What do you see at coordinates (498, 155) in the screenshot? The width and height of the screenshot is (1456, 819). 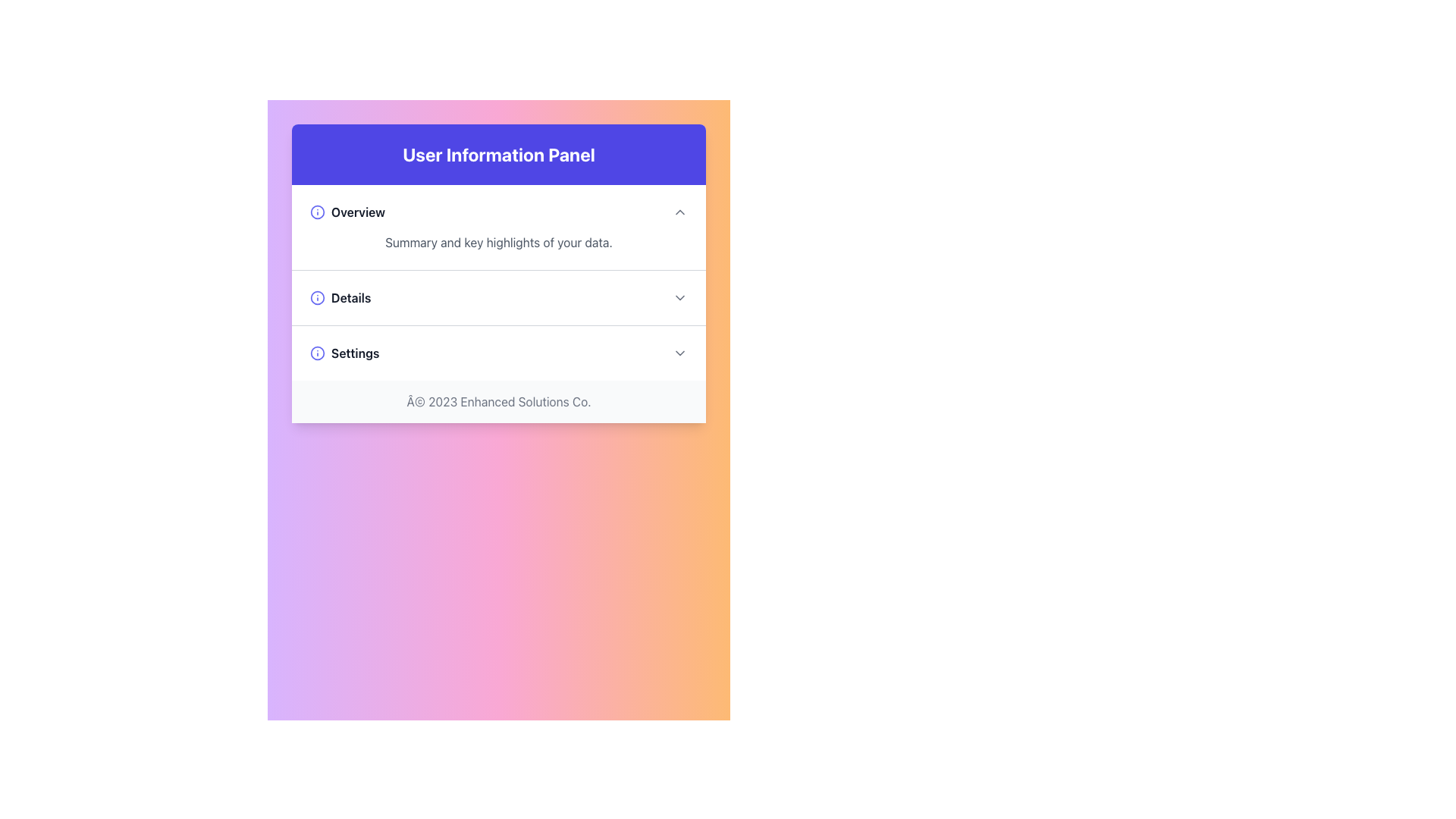 I see `the Header element which has a prominent indigo blue background and displays the title 'User Information Panel'` at bounding box center [498, 155].